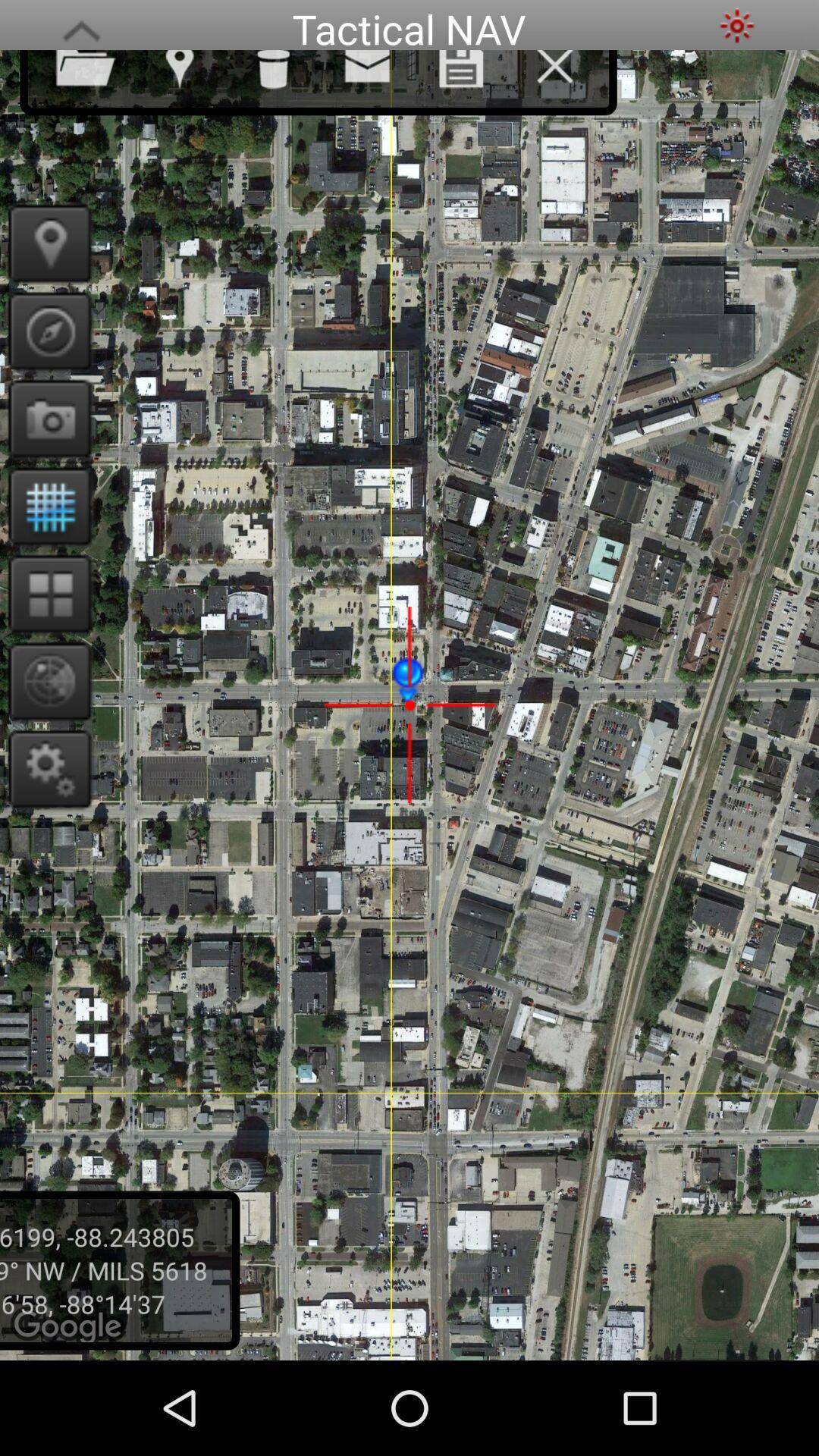 The width and height of the screenshot is (819, 1456). Describe the element at coordinates (44, 447) in the screenshot. I see `the photo icon` at that location.